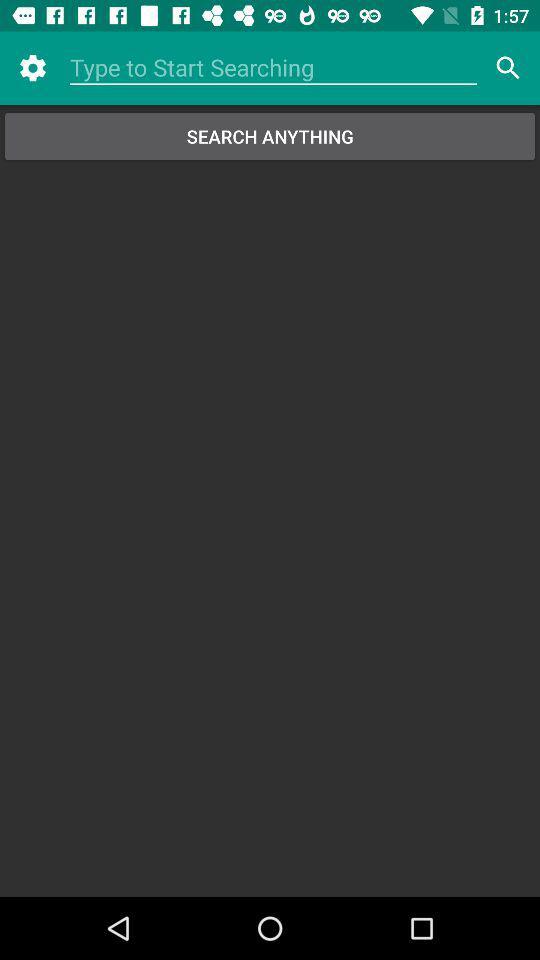 The height and width of the screenshot is (960, 540). Describe the element at coordinates (31, 68) in the screenshot. I see `the settings icon` at that location.